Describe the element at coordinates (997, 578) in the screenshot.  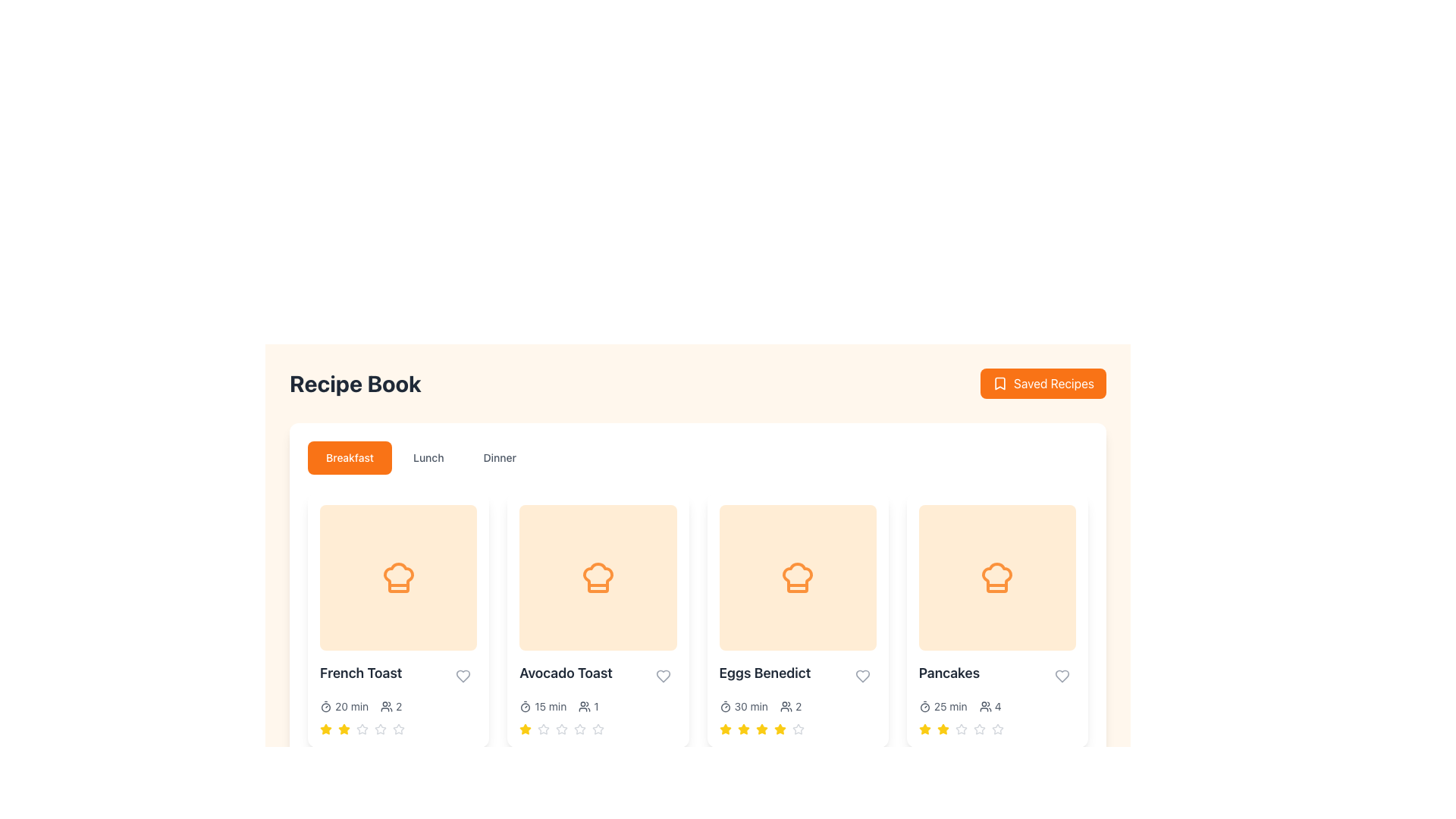
I see `the culinary icon representing the 'Pancakes' recipe, which is centered within its card and adjacent to 'Eggs Benedict'` at that location.